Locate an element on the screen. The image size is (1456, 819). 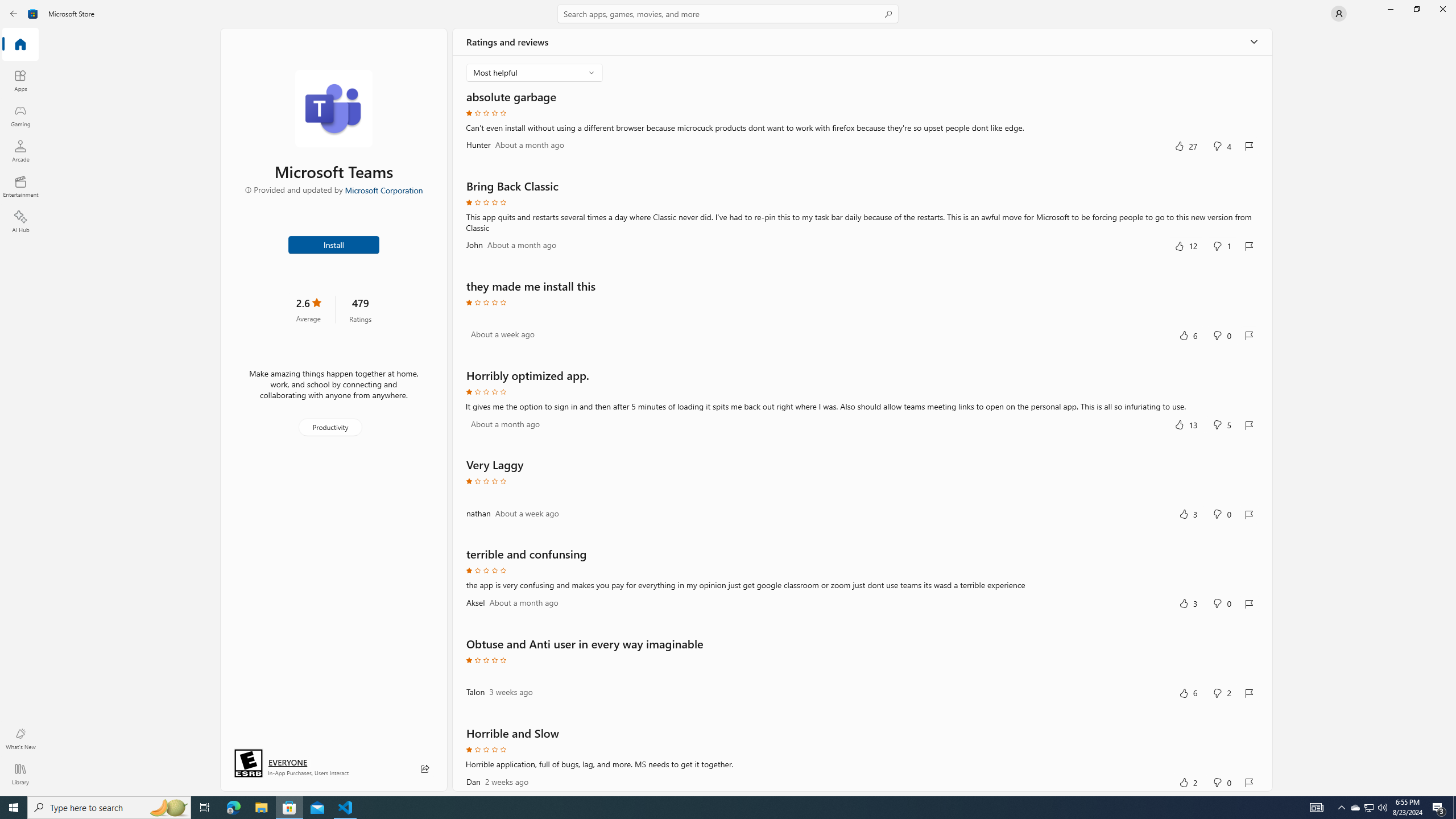
'Yes, this was helpful. 6 votes.' is located at coordinates (1187, 692).